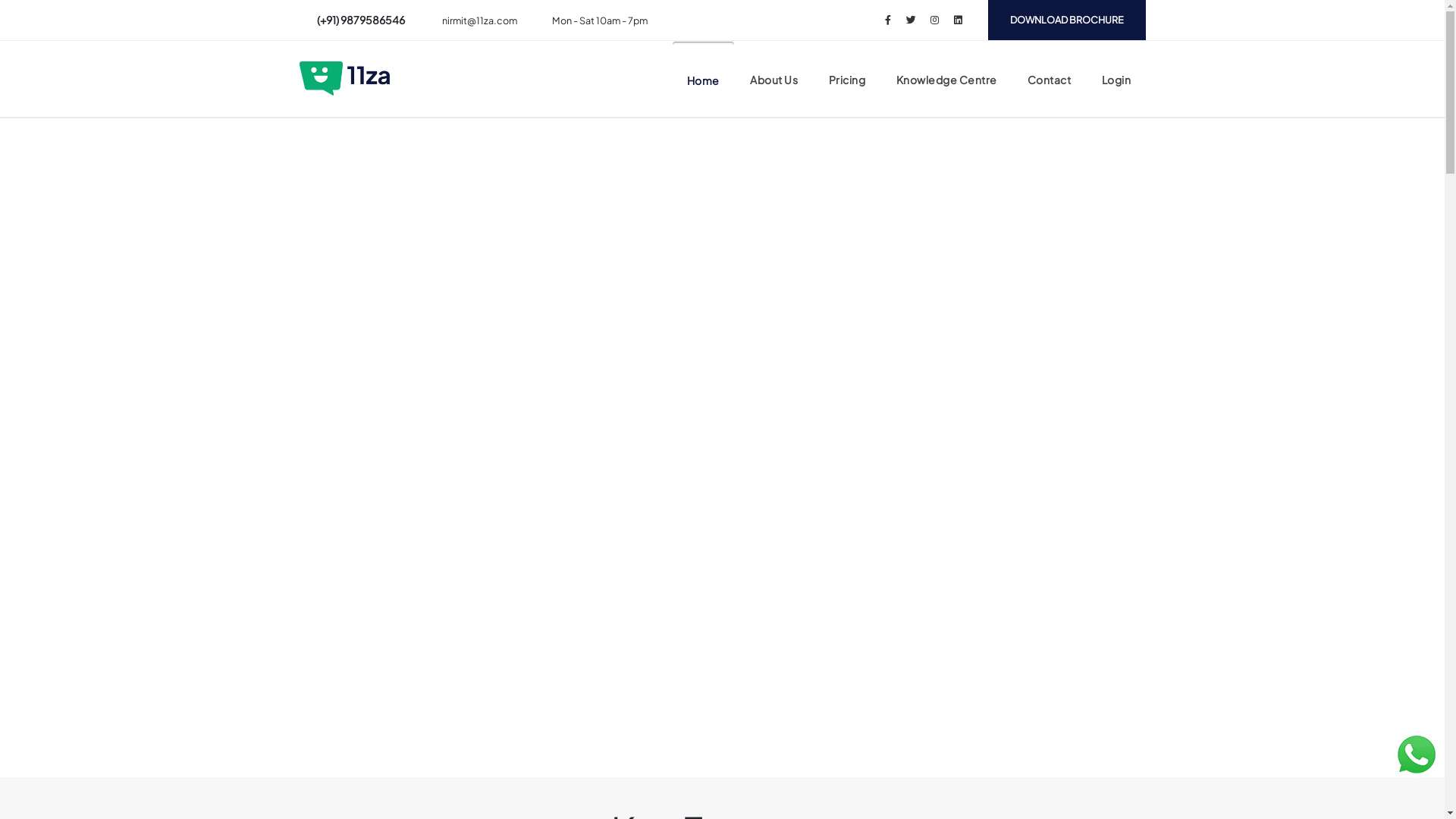 This screenshot has width=1456, height=819. I want to click on 'Instagram', so click(934, 20).